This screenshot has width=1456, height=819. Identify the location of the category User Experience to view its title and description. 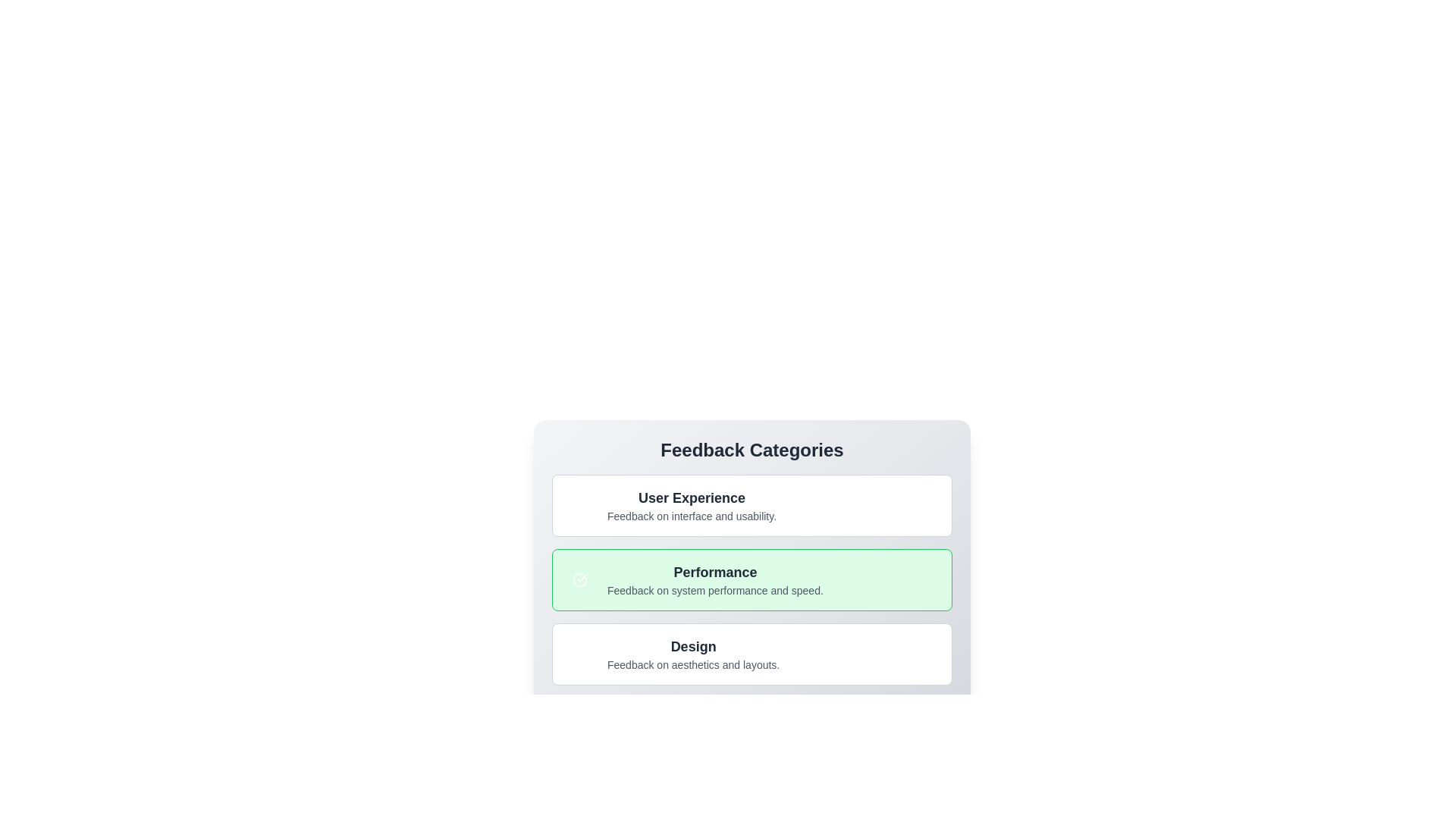
(752, 506).